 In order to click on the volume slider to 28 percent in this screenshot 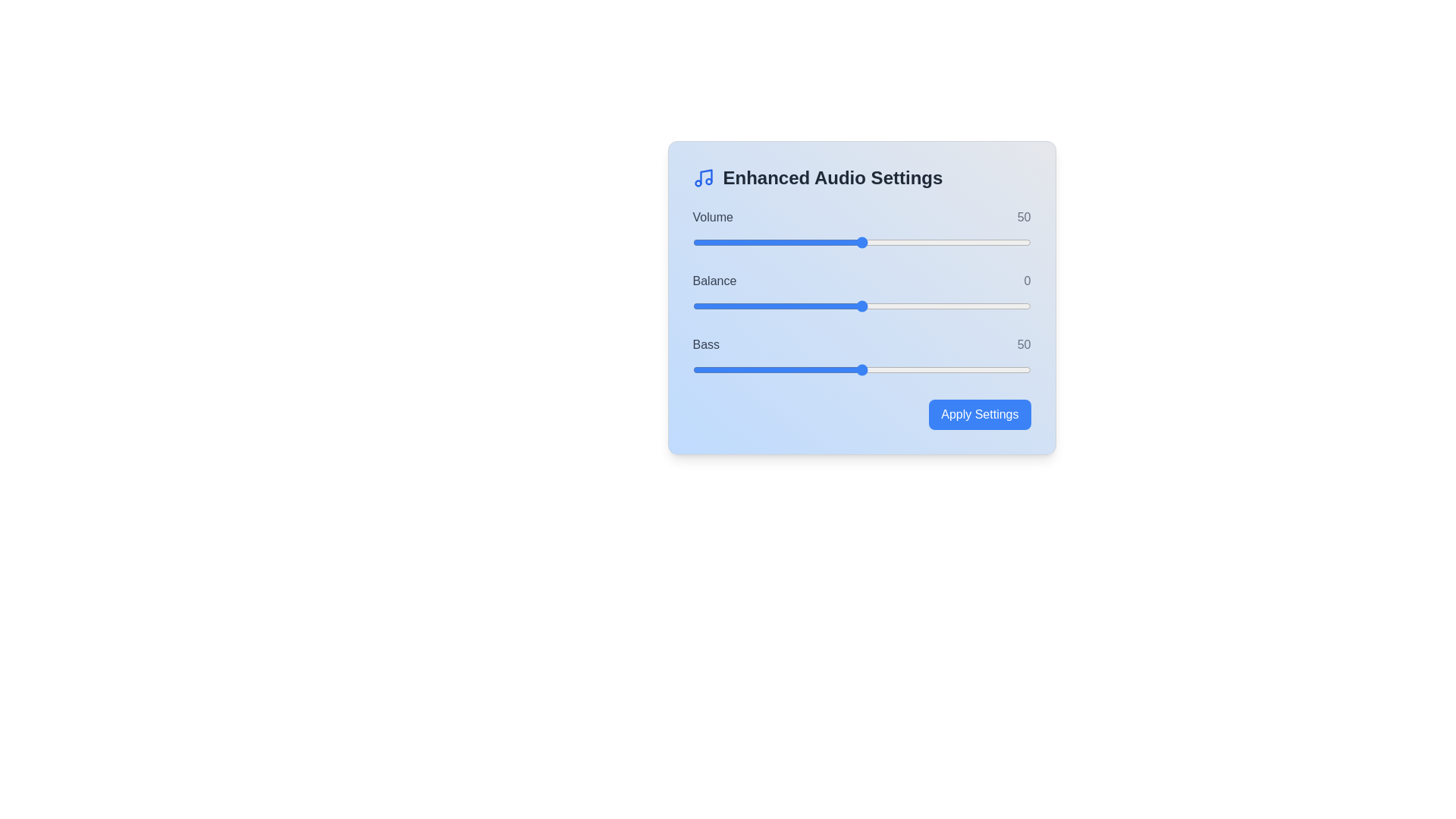, I will do `click(787, 242)`.